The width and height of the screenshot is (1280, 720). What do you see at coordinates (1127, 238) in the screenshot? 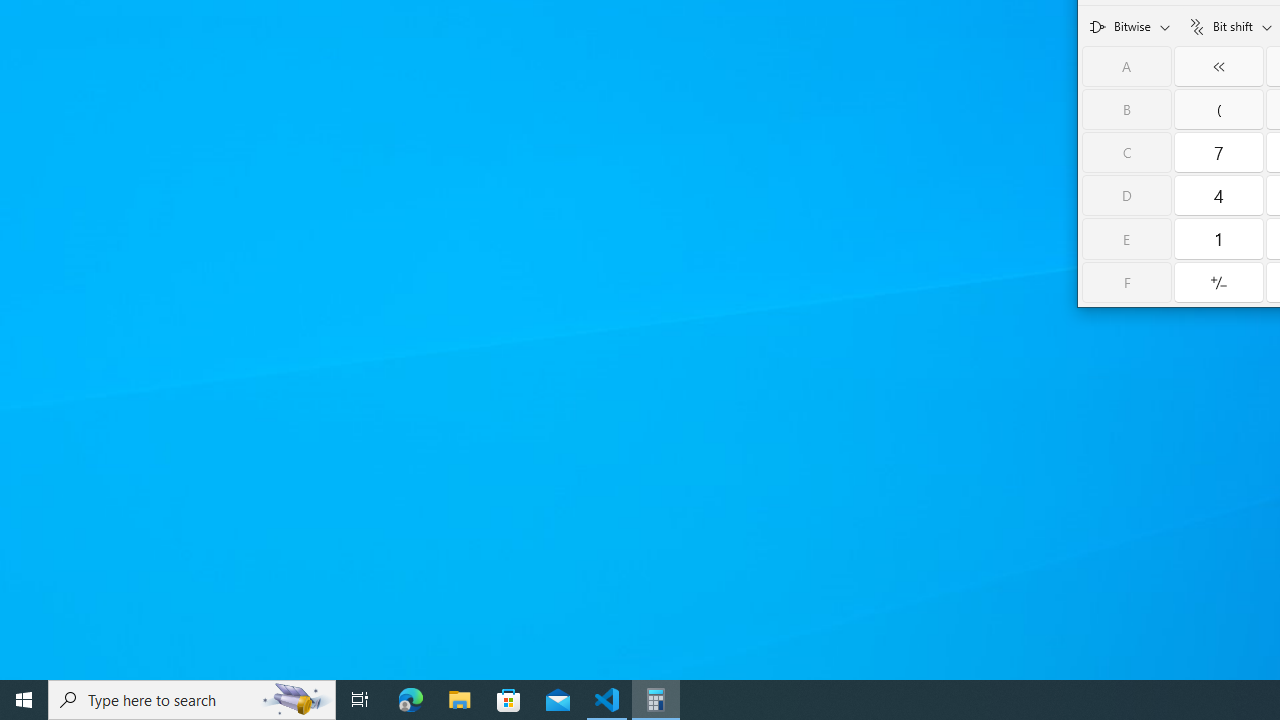
I see `'E'` at bounding box center [1127, 238].